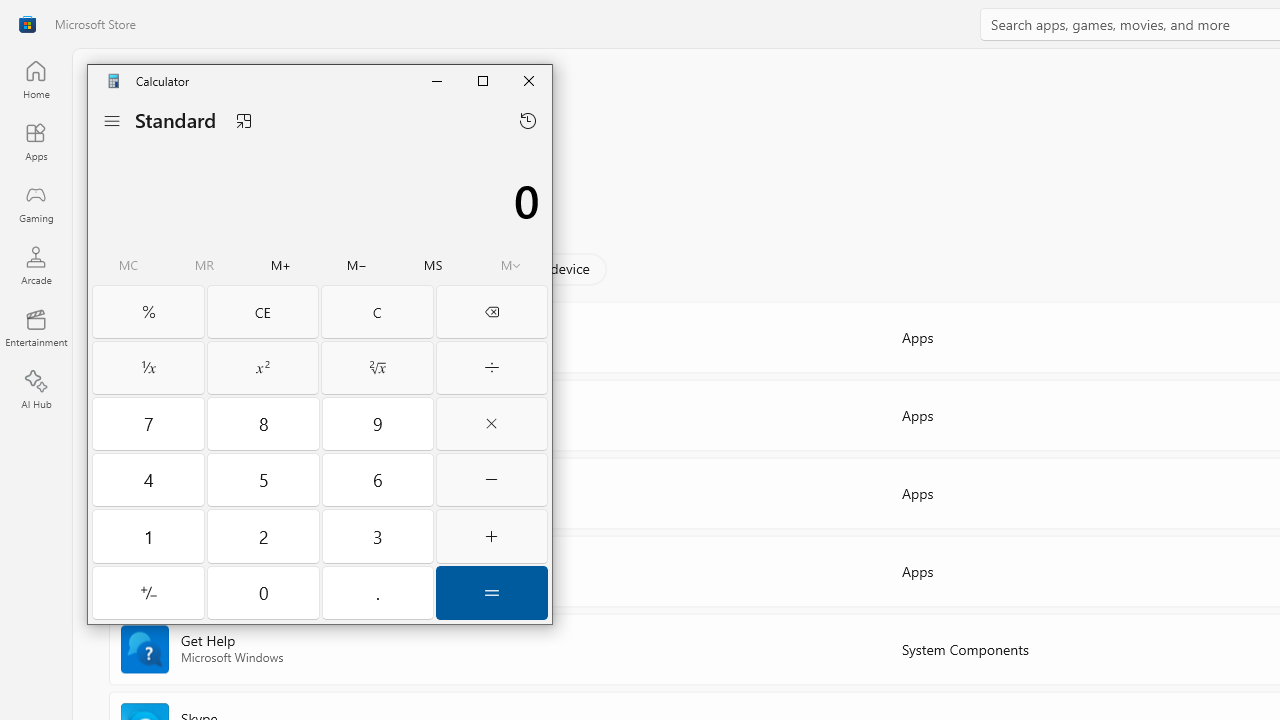  What do you see at coordinates (492, 422) in the screenshot?
I see `'Multiply by'` at bounding box center [492, 422].